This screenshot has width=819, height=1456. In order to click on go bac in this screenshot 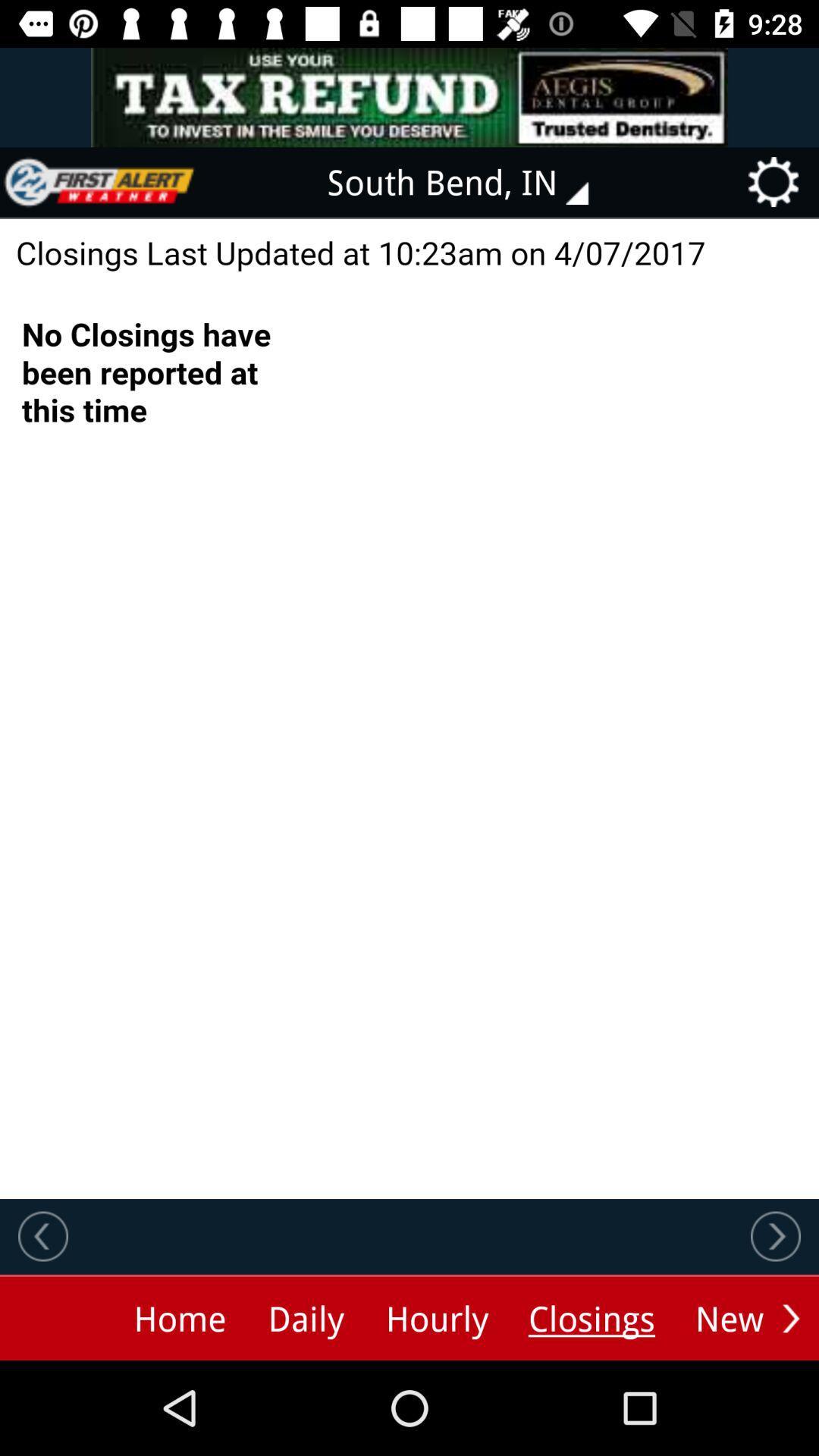, I will do `click(42, 1236)`.